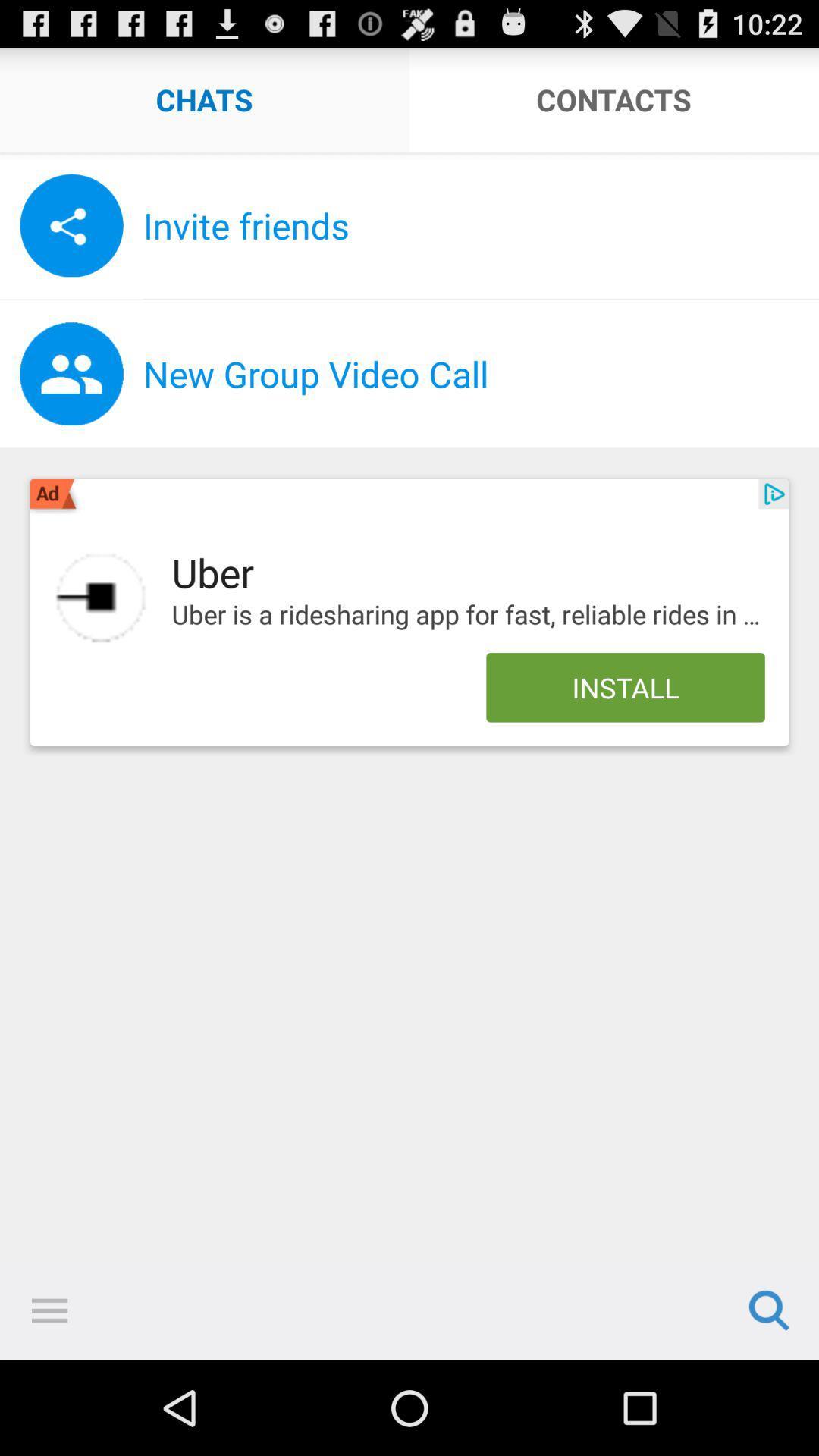 The height and width of the screenshot is (1456, 819). Describe the element at coordinates (409, 155) in the screenshot. I see `icon below chats app` at that location.